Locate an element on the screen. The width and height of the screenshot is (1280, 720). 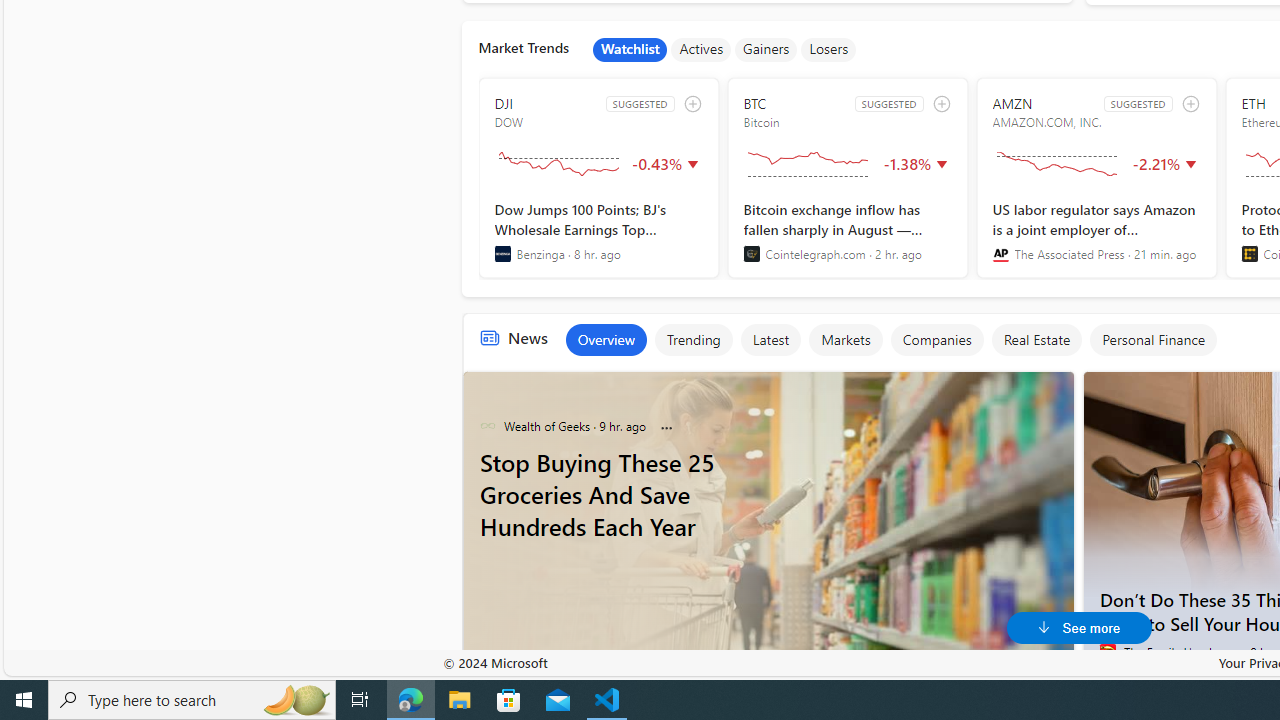
'Companies' is located at coordinates (935, 338).